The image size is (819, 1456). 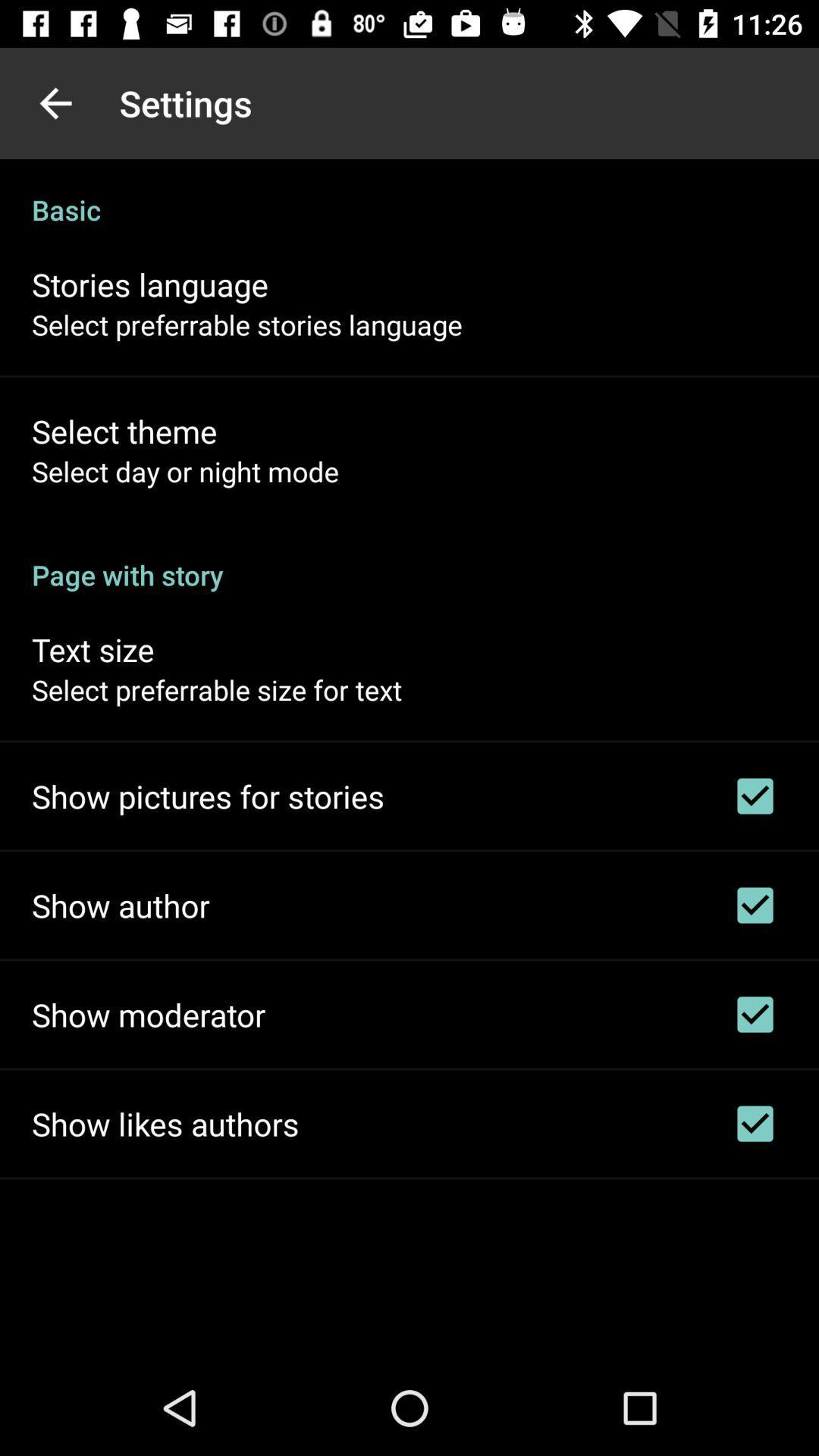 I want to click on the icon next to the settings app, so click(x=55, y=102).